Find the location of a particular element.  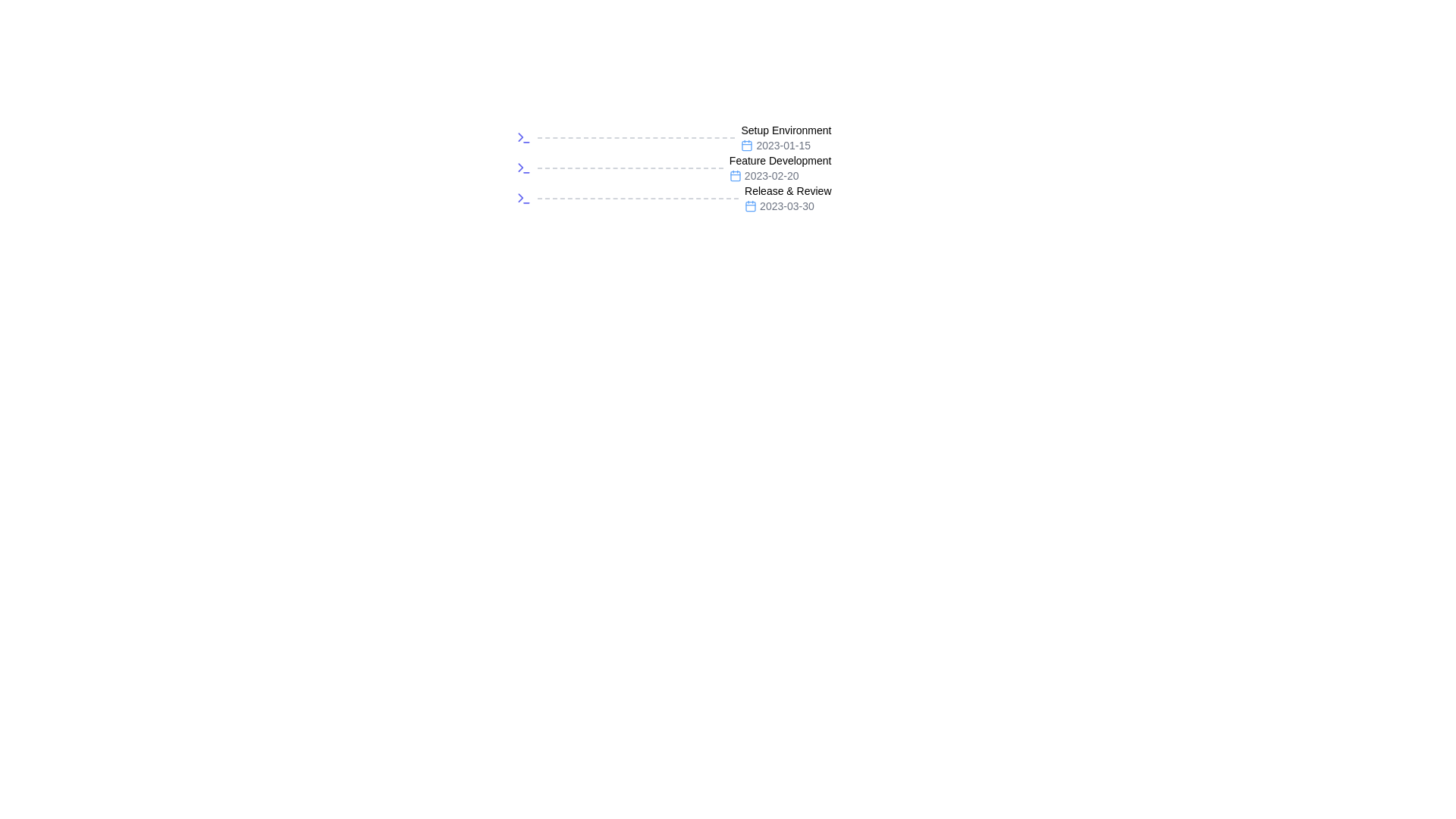

the Text Label with Icon that indicates the date for the 'Release & Review' event, located at the bottom of the list item under the heading 'Release & Review' is located at coordinates (788, 206).